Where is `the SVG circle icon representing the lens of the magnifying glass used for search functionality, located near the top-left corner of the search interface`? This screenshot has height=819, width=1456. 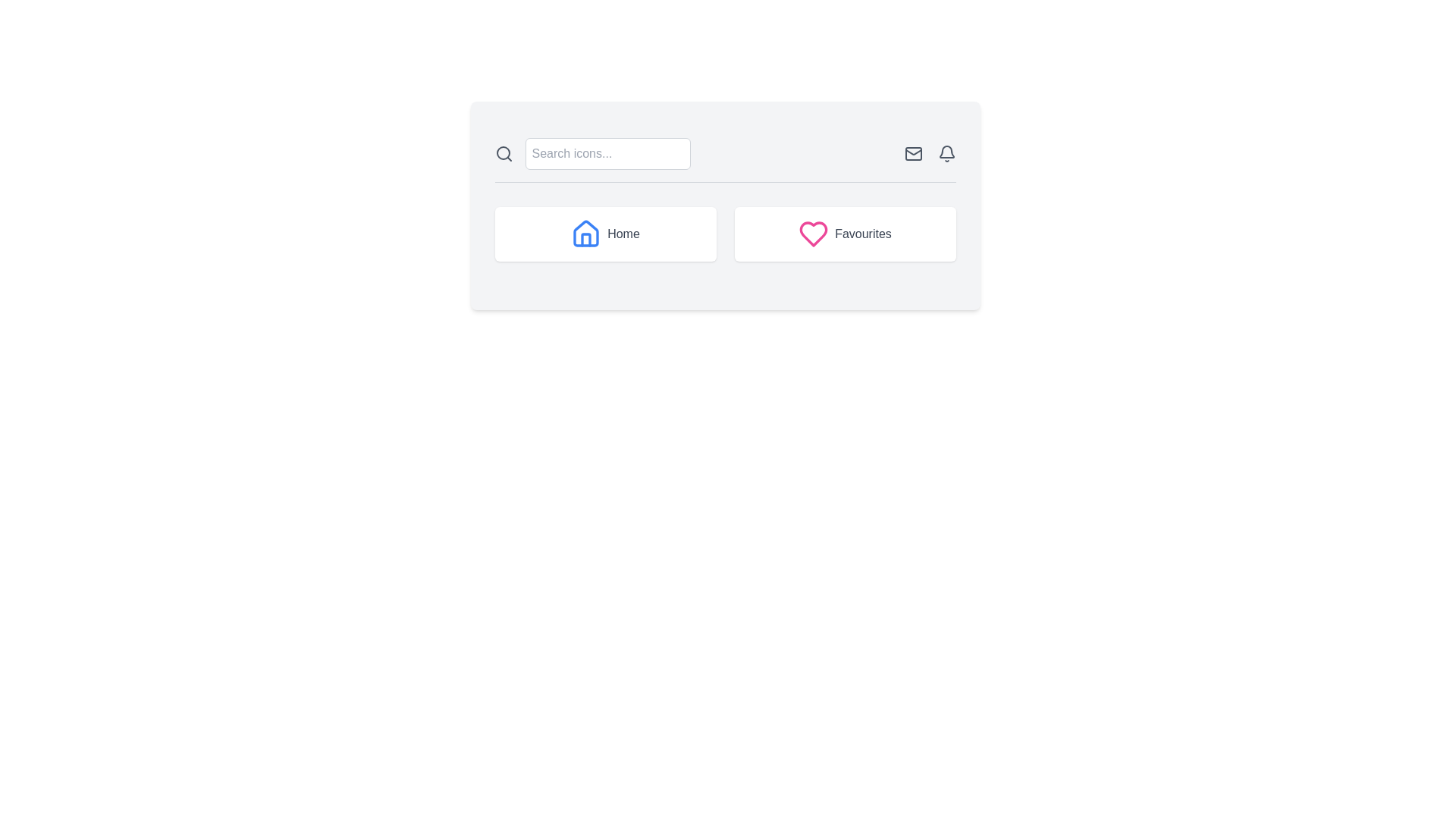
the SVG circle icon representing the lens of the magnifying glass used for search functionality, located near the top-left corner of the search interface is located at coordinates (503, 152).